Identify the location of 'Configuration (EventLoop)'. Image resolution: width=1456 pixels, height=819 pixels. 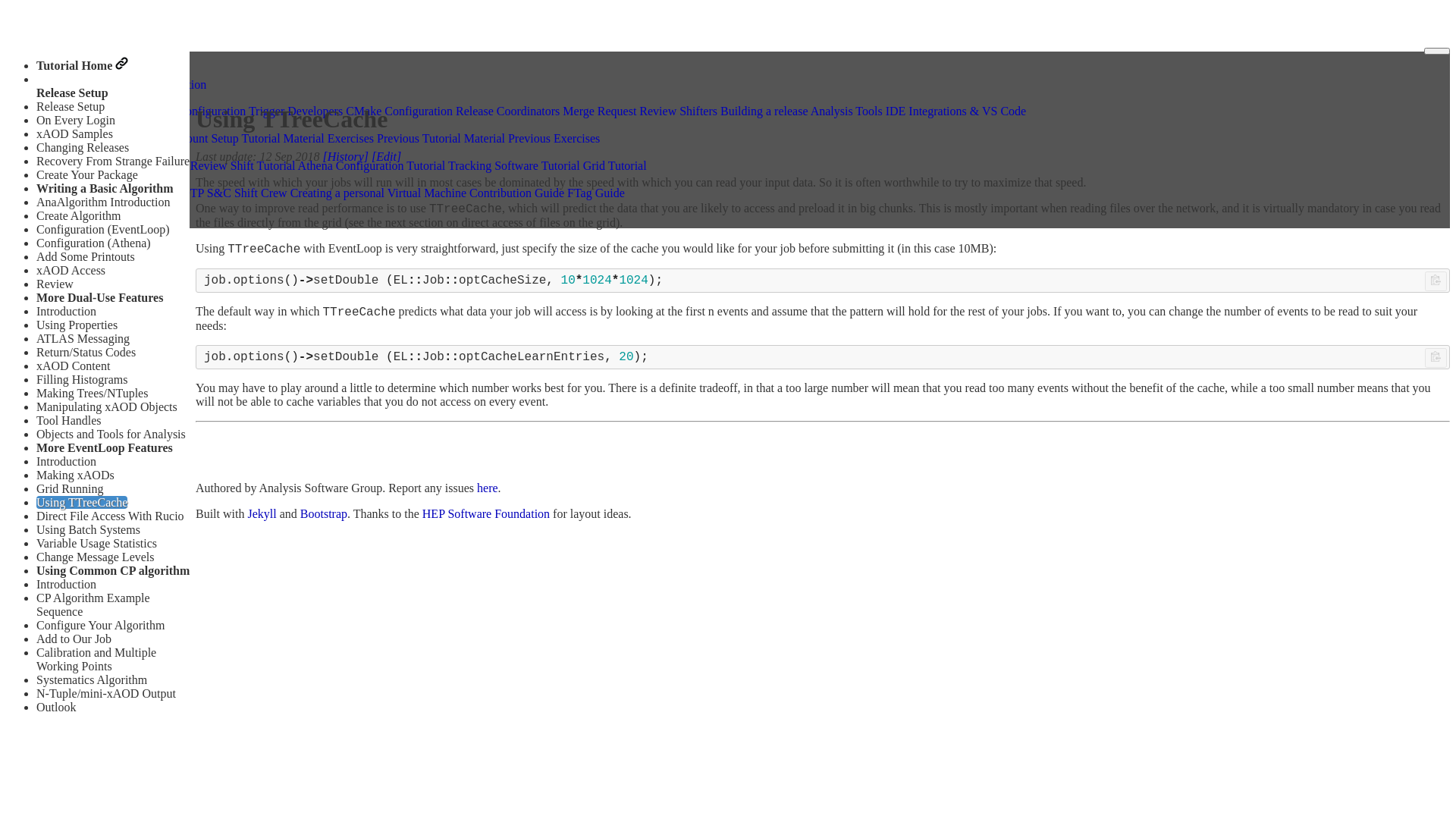
(36, 229).